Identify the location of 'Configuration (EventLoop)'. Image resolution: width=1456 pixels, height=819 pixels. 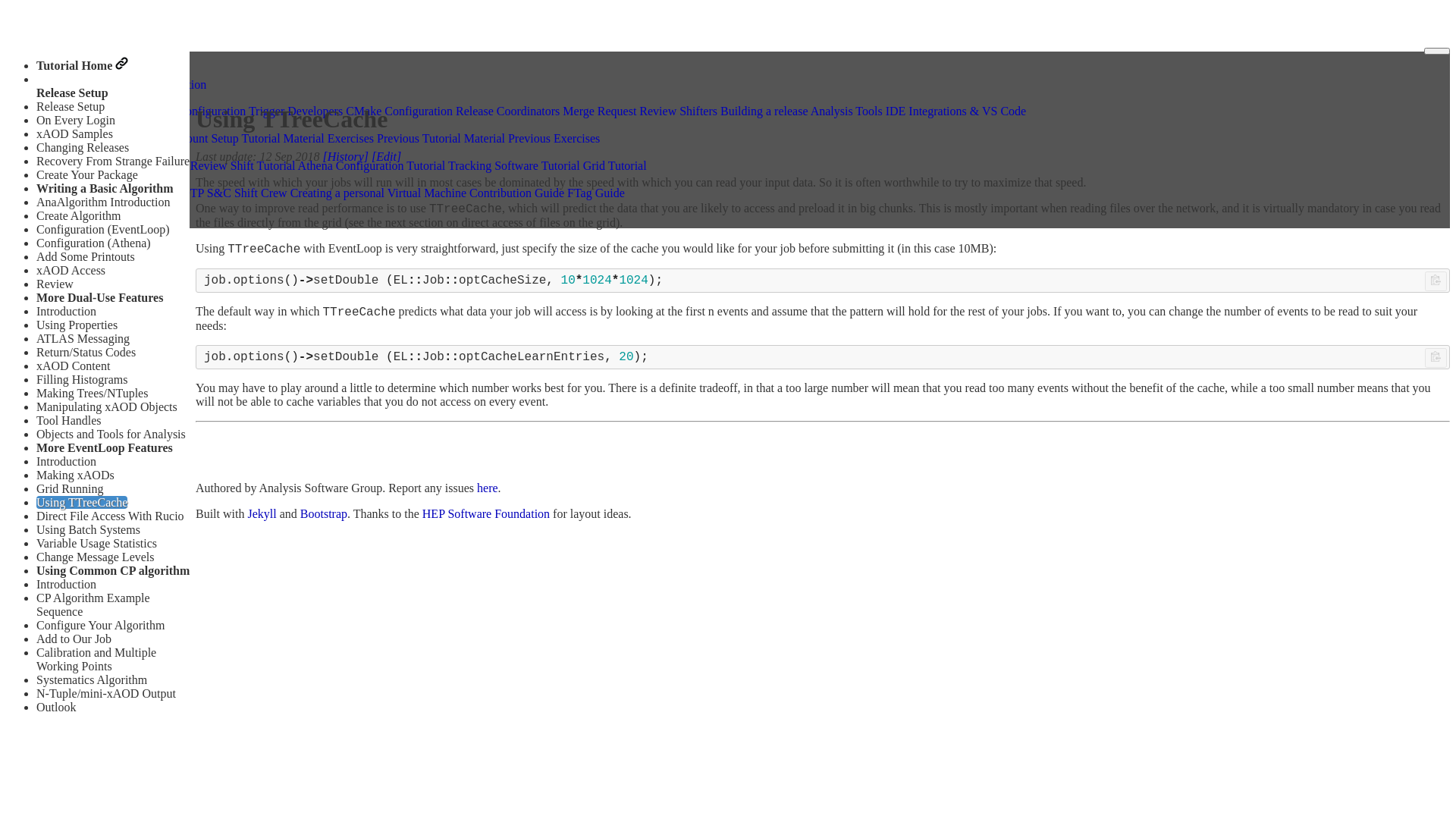
(36, 229).